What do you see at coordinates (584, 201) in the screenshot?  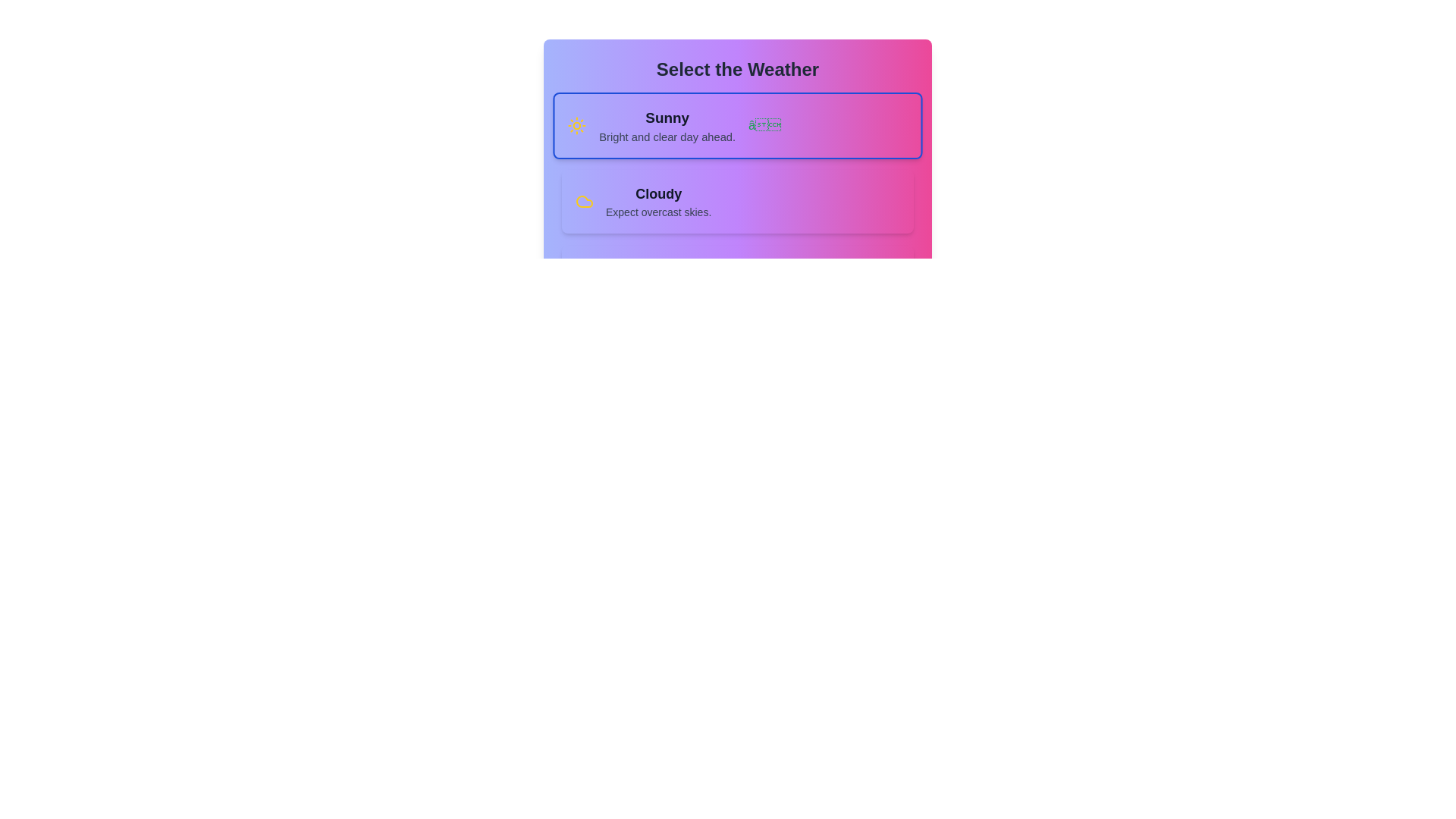 I see `the cloud icon located in the 'Select the Weather' card under the 'Cloudy' option` at bounding box center [584, 201].